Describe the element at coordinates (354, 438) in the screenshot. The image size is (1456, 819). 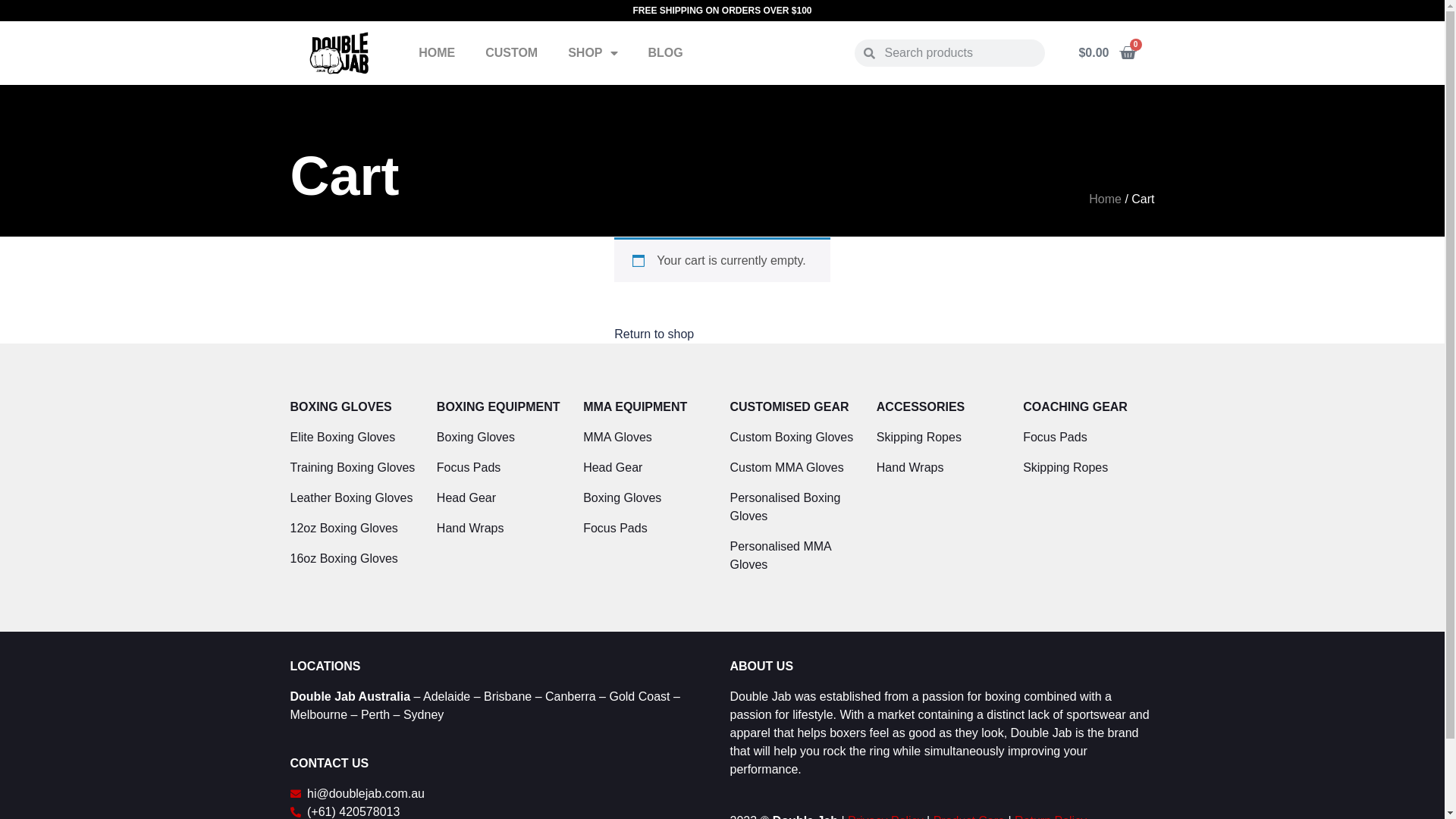
I see `'Elite Boxing Gloves'` at that location.